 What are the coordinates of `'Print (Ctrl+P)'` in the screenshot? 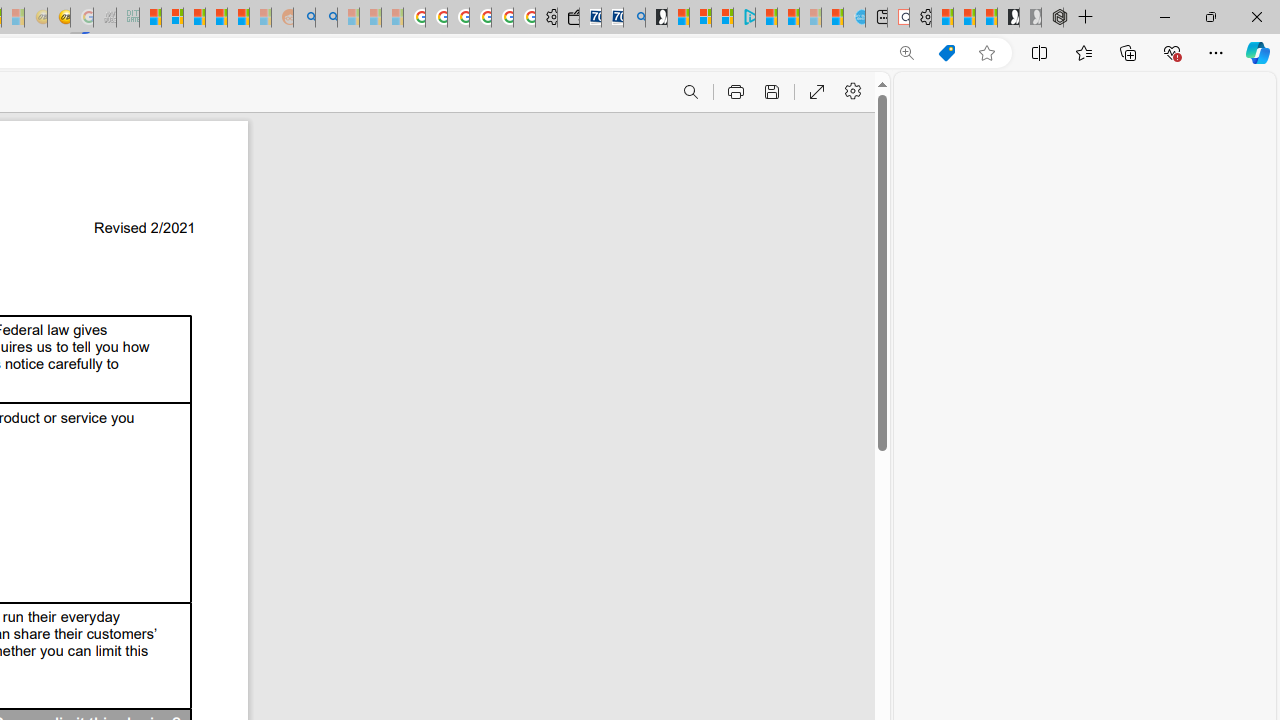 It's located at (734, 92).